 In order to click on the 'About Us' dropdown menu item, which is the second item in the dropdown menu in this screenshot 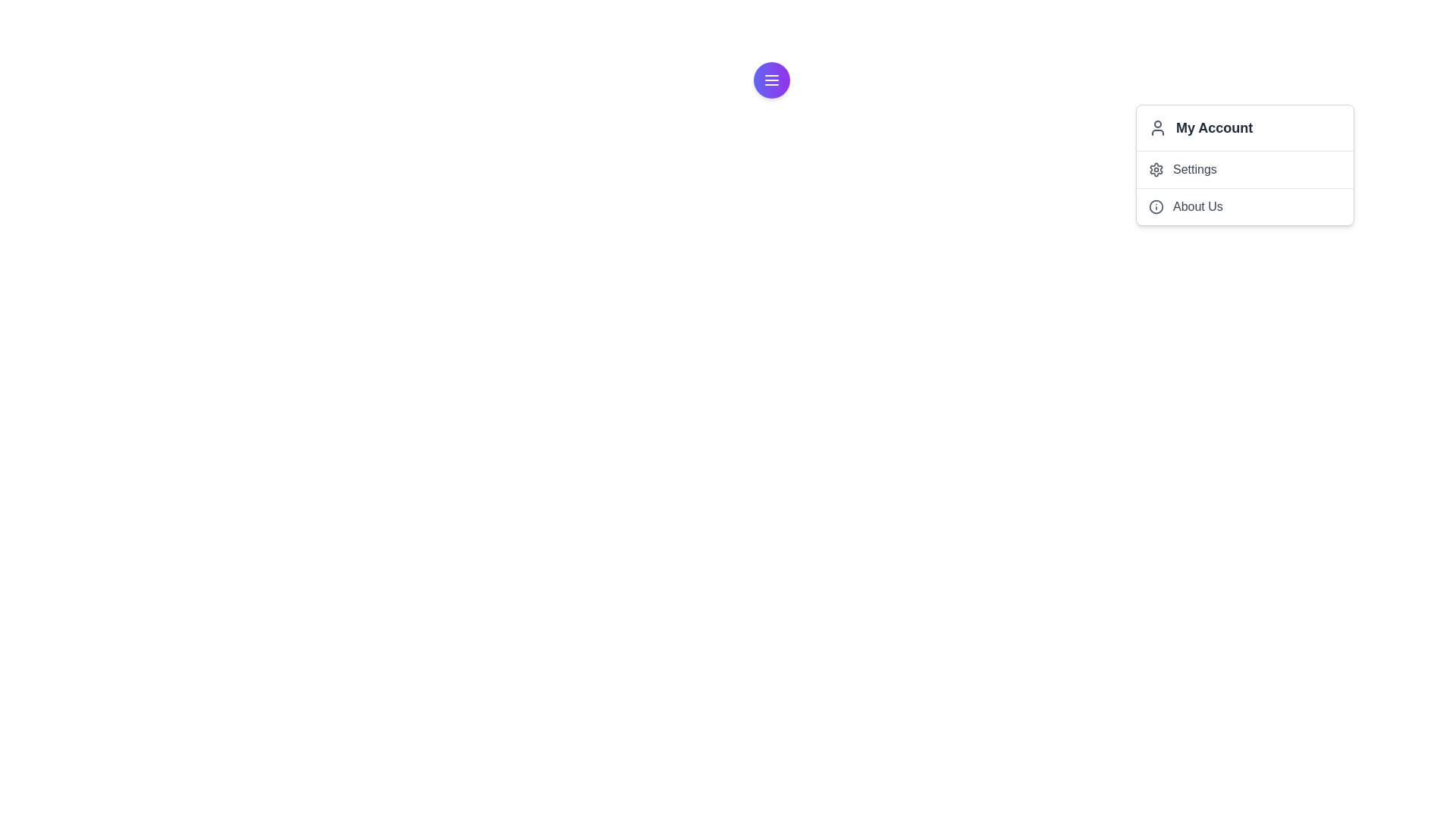, I will do `click(1244, 206)`.